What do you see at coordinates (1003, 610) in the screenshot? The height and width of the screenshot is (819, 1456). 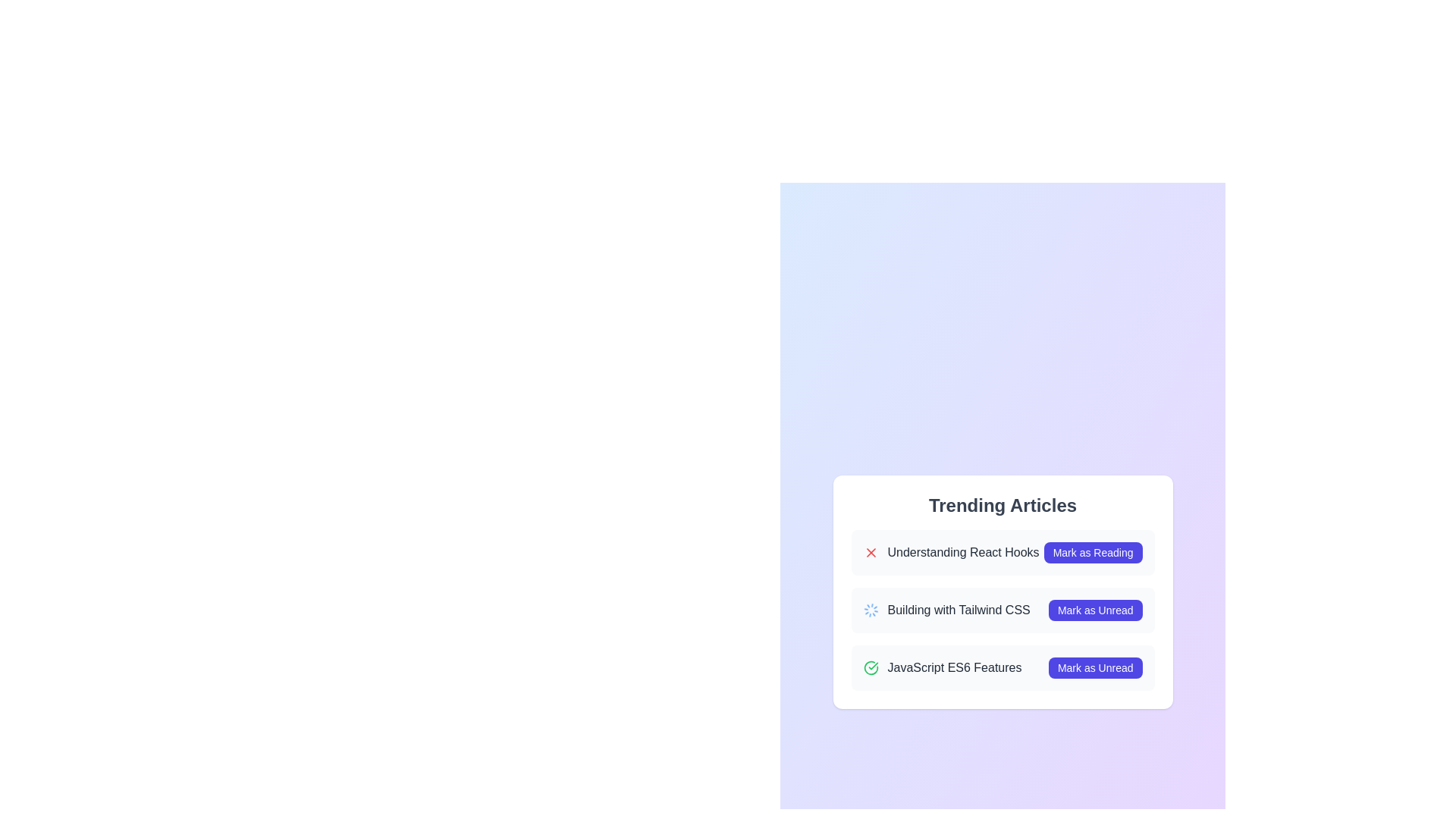 I see `the spinner animation of the second list item titled 'Building with Tailwind CSS' in the 'Trending Articles' section, which indicates an ongoing process` at bounding box center [1003, 610].